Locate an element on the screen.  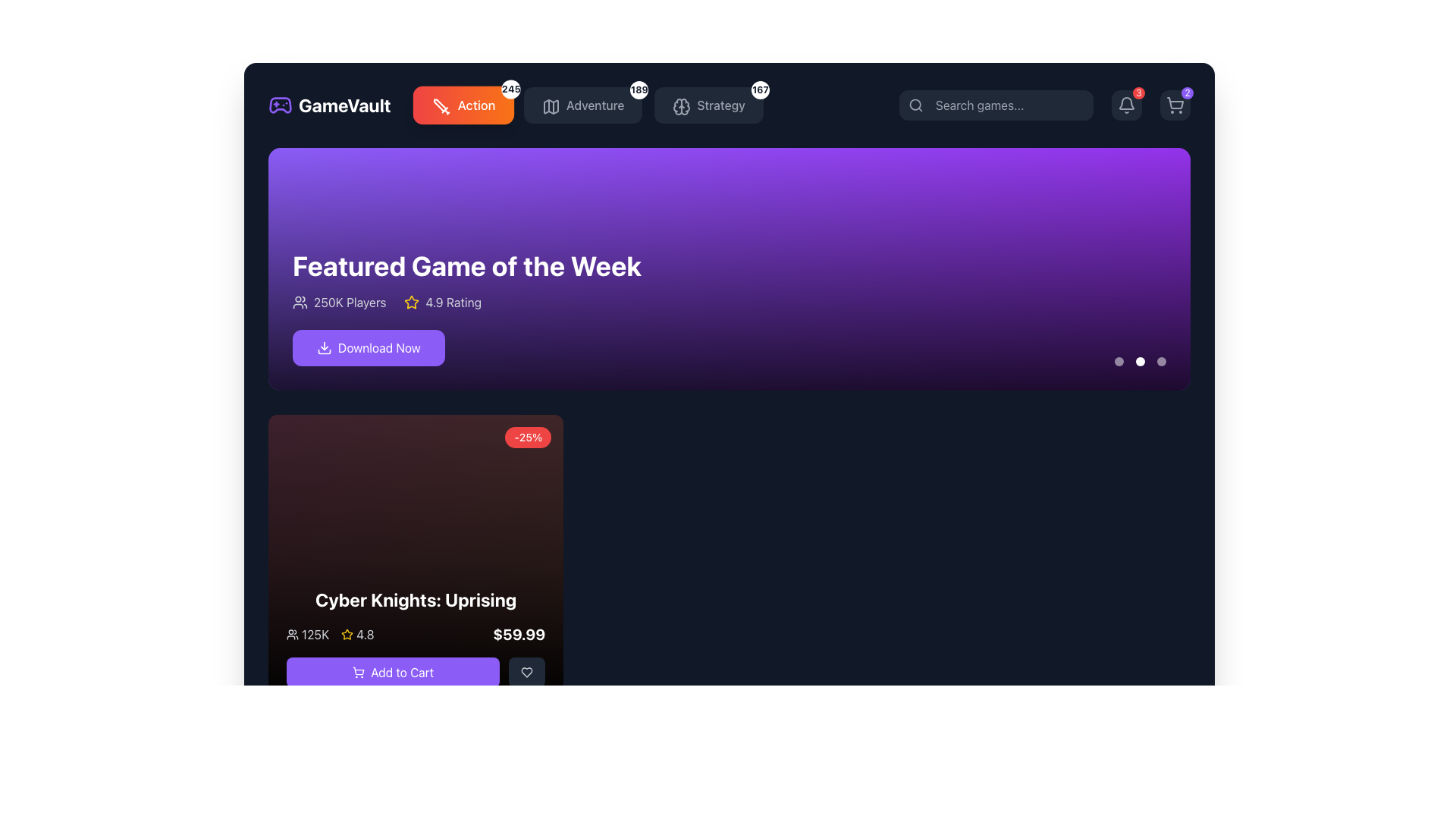
the purple gamepad icon next to the bold white text 'GameVault' in the navigation bar is located at coordinates (328, 104).